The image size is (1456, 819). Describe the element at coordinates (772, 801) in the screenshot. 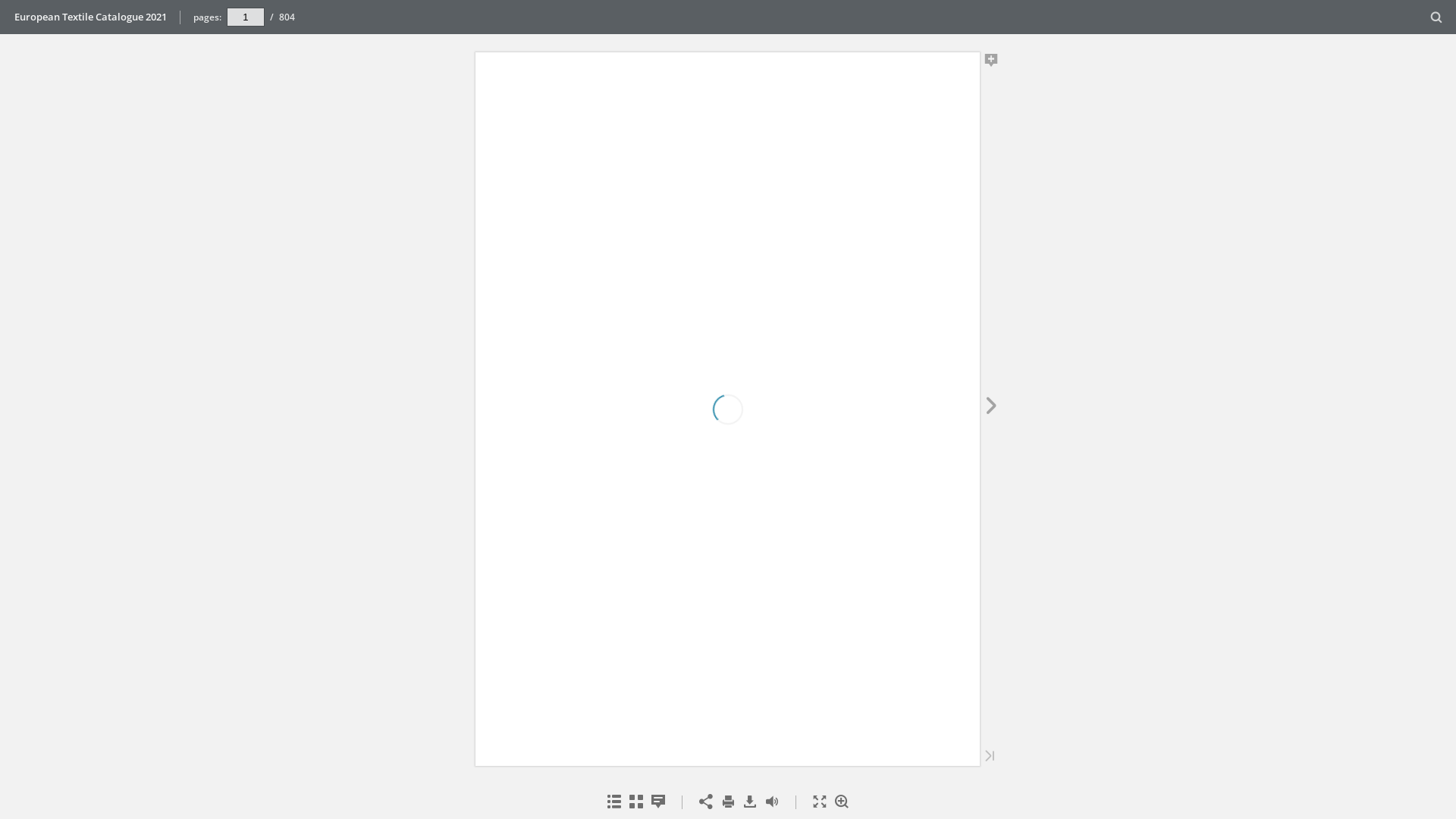

I see `'Toggle Sound'` at that location.